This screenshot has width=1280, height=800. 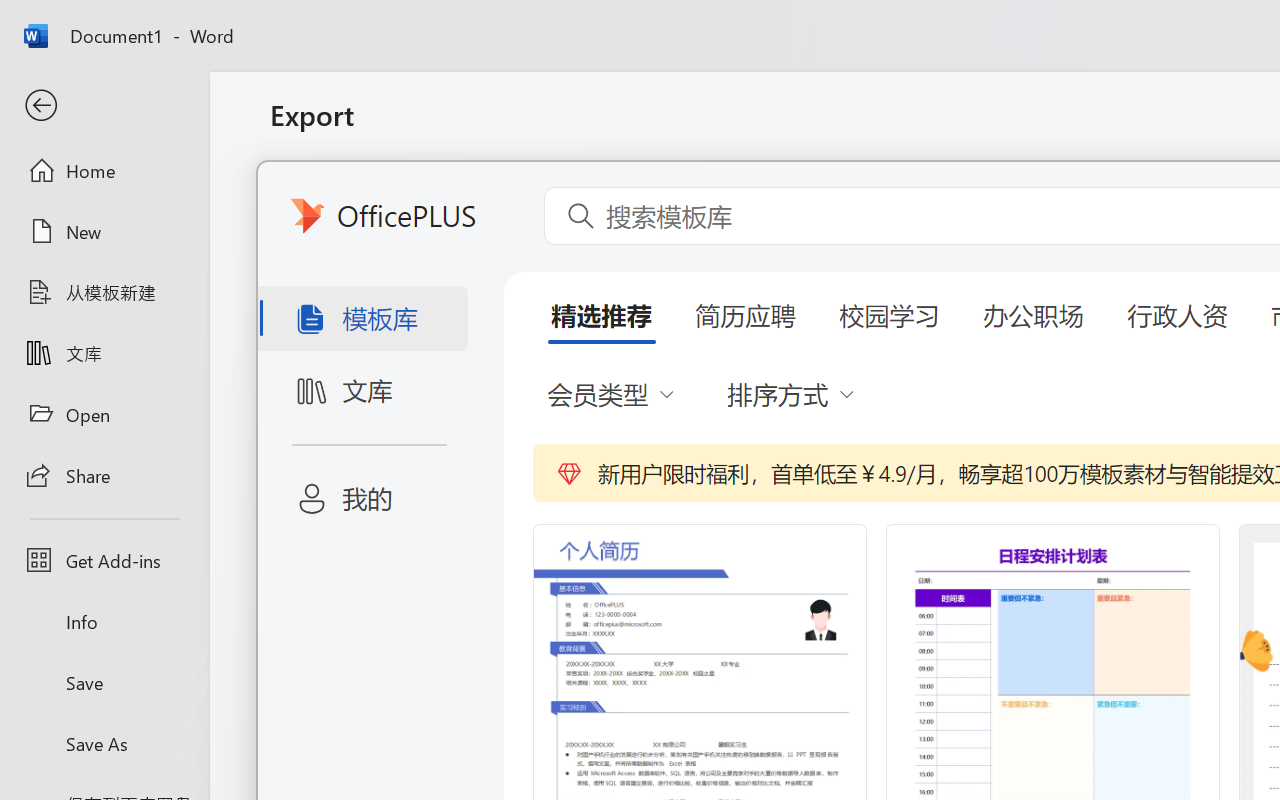 I want to click on 'Info', so click(x=103, y=621).